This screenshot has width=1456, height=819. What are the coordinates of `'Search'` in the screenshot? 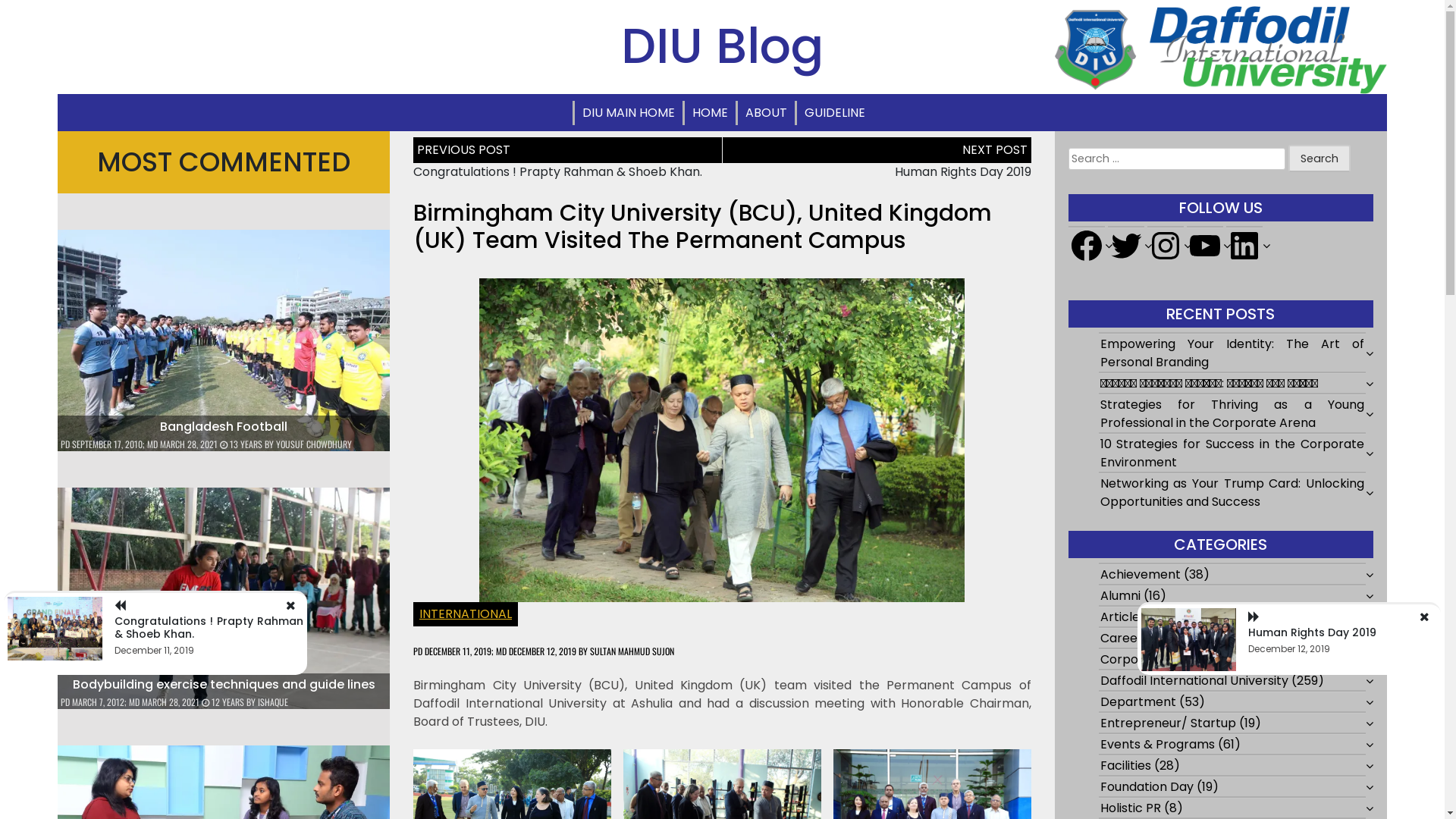 It's located at (1319, 158).